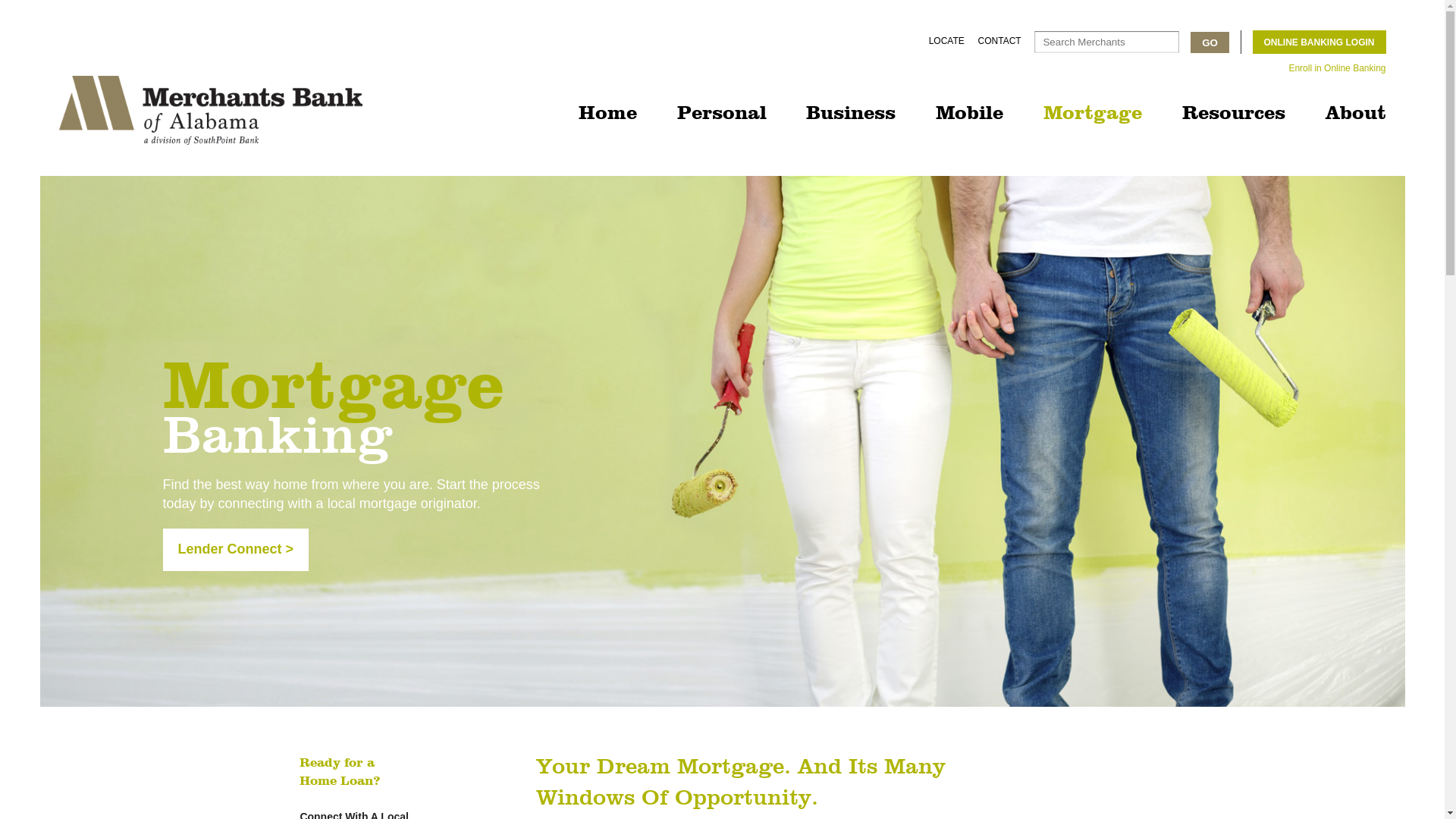  Describe the element at coordinates (1318, 41) in the screenshot. I see `'ONLINE BANKING LOGIN'` at that location.